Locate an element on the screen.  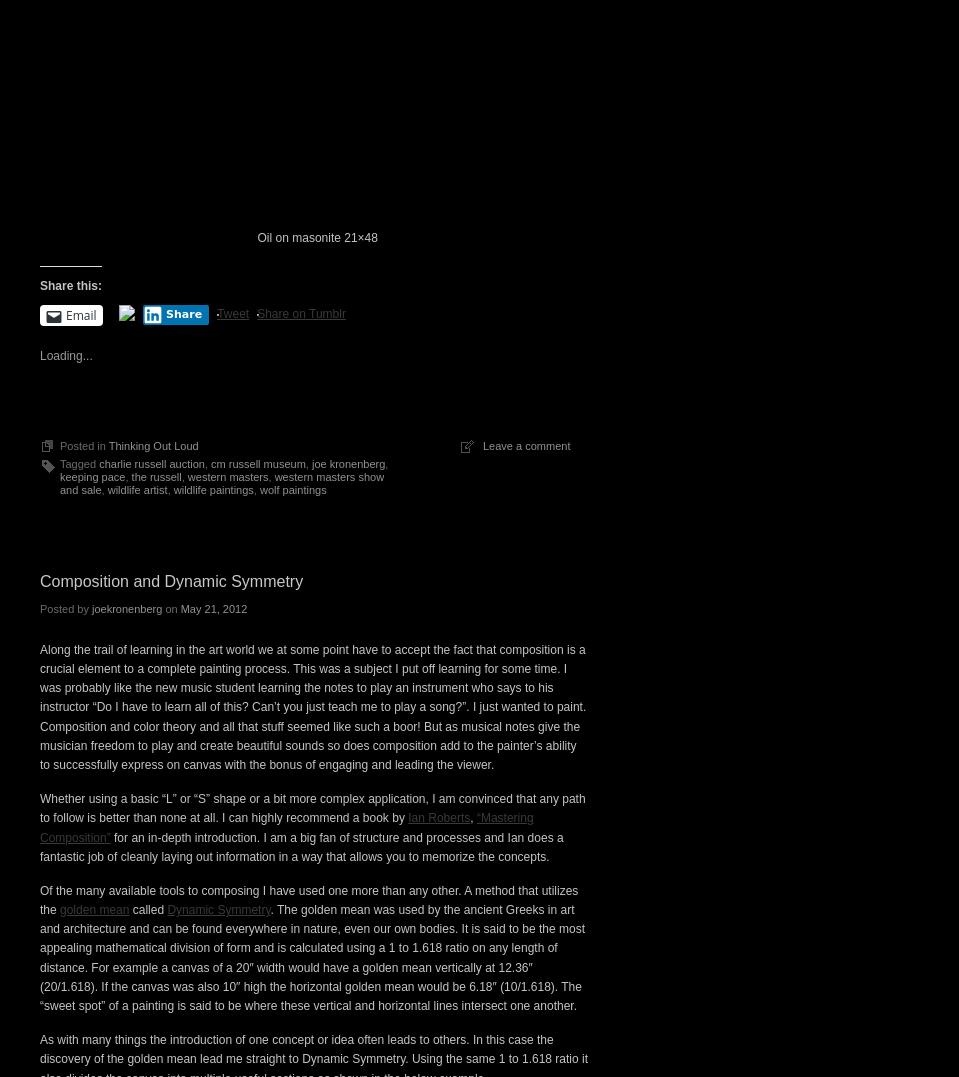
'“Keeping Pace” will be included in the “Off the Wall” sale at the' is located at coordinates (204, 161).